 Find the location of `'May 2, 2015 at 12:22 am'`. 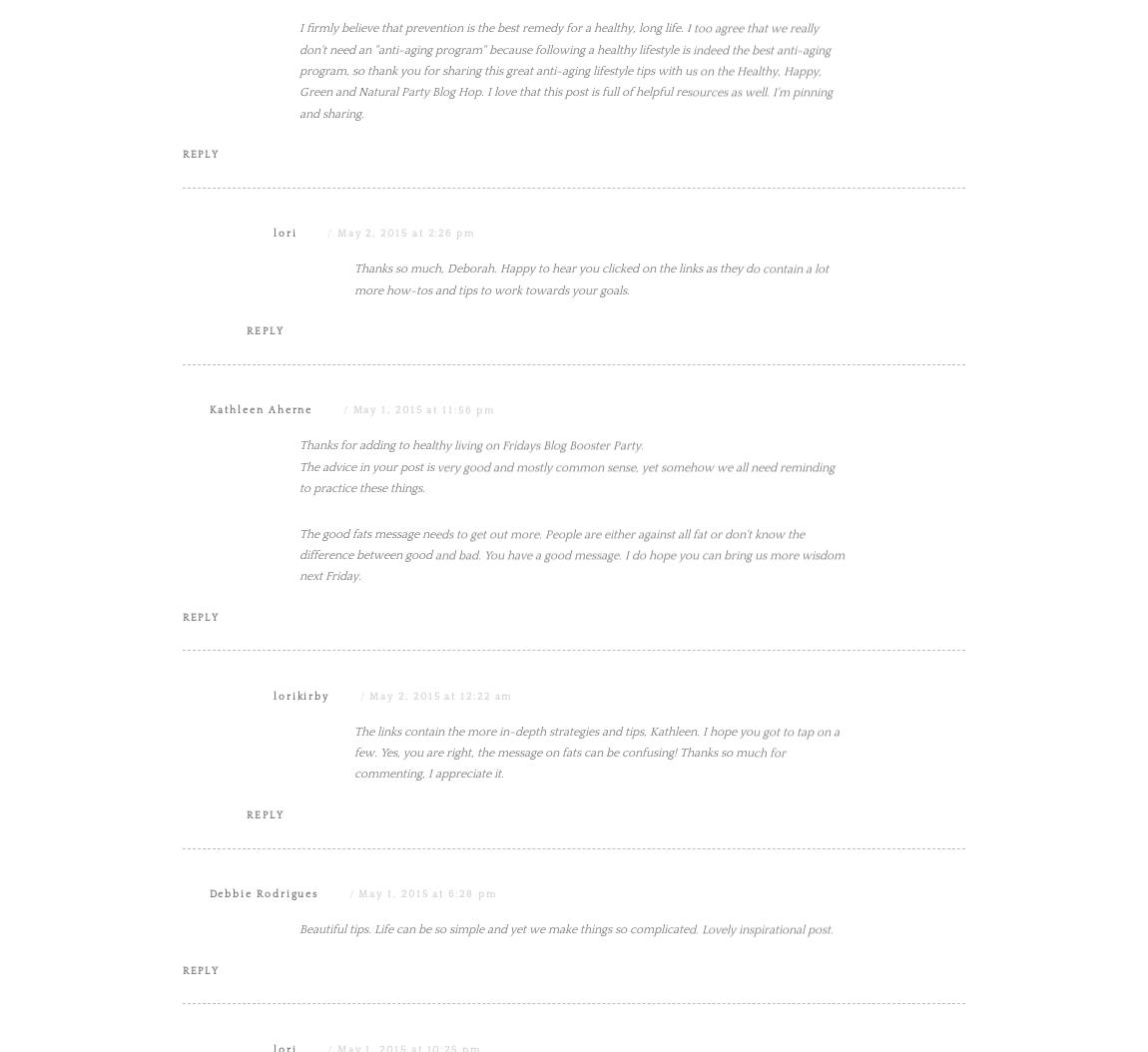

'May 2, 2015 at 12:22 am' is located at coordinates (440, 895).